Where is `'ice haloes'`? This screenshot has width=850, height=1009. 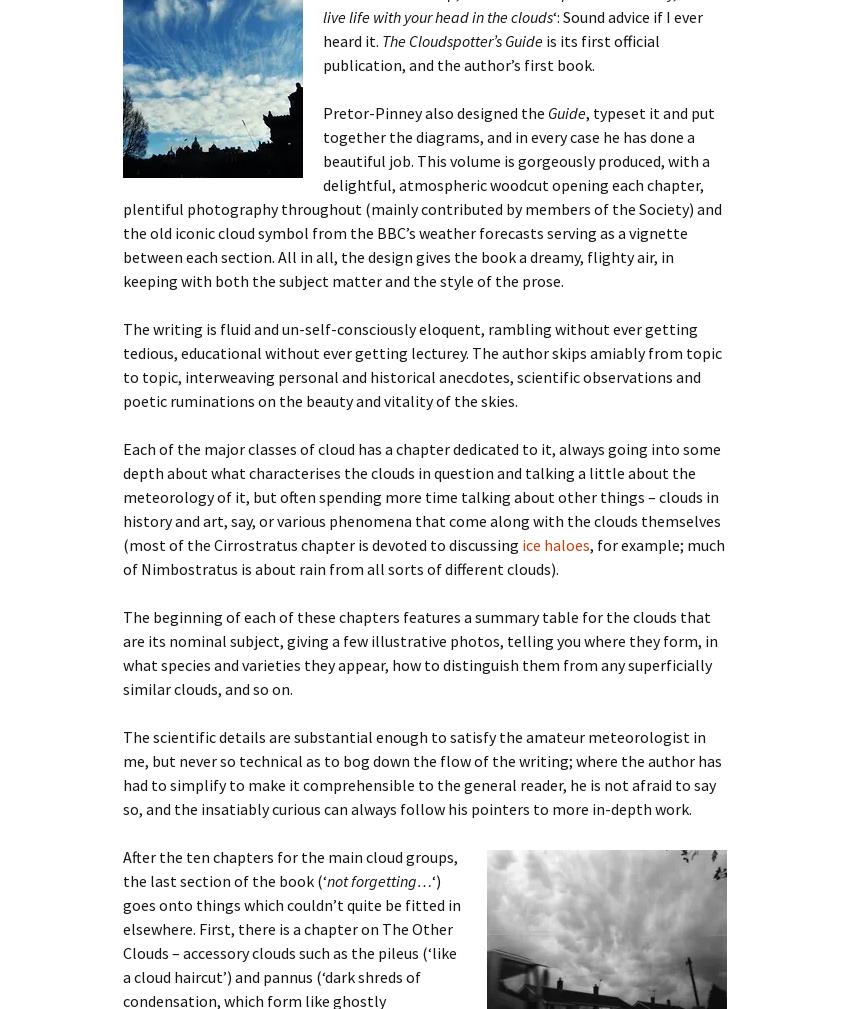
'ice haloes' is located at coordinates (555, 544).